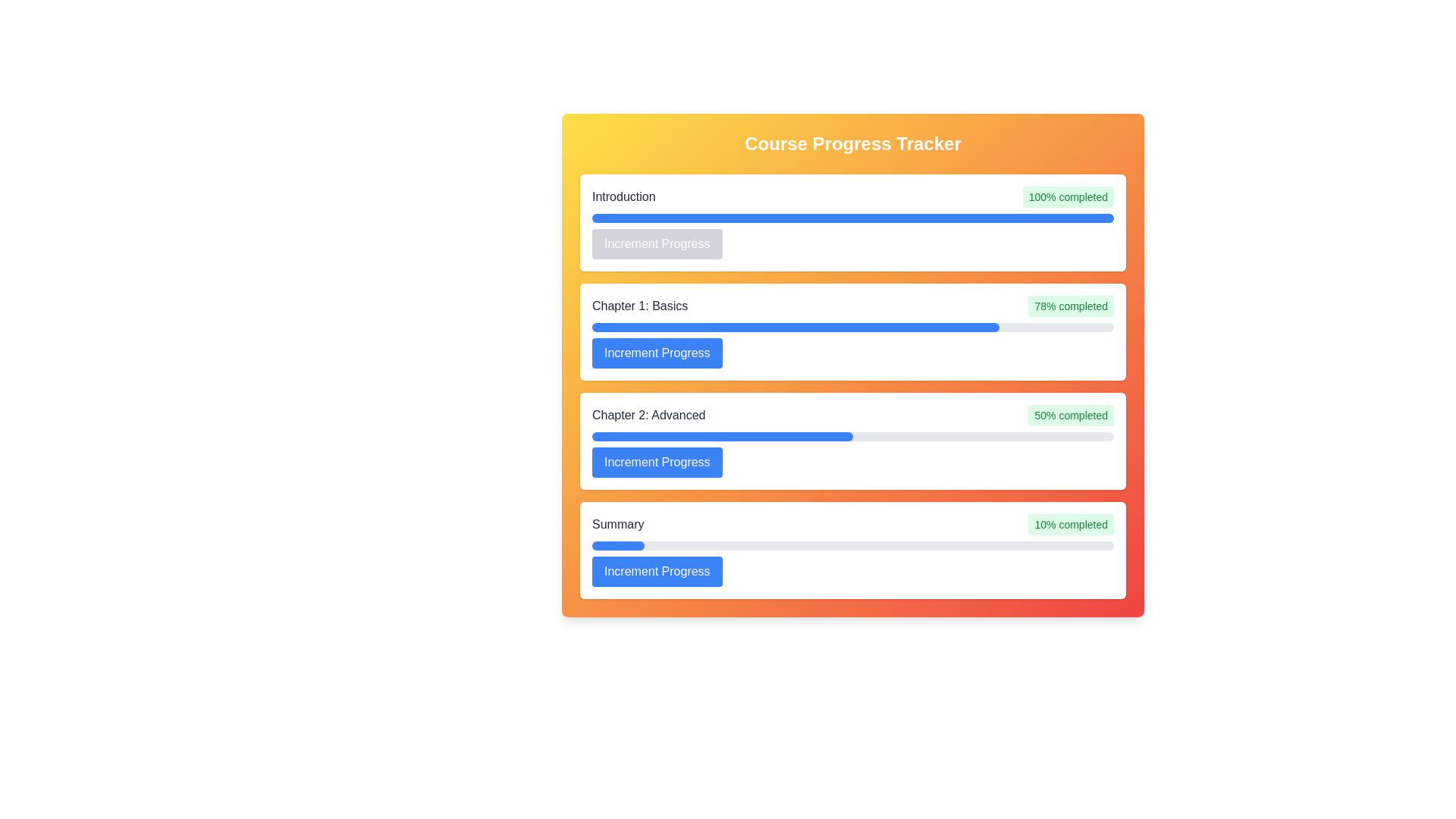 This screenshot has width=1456, height=819. What do you see at coordinates (795, 327) in the screenshot?
I see `the blue progress fill bar representing the progress of 'Chapter 1: Basics' visually` at bounding box center [795, 327].